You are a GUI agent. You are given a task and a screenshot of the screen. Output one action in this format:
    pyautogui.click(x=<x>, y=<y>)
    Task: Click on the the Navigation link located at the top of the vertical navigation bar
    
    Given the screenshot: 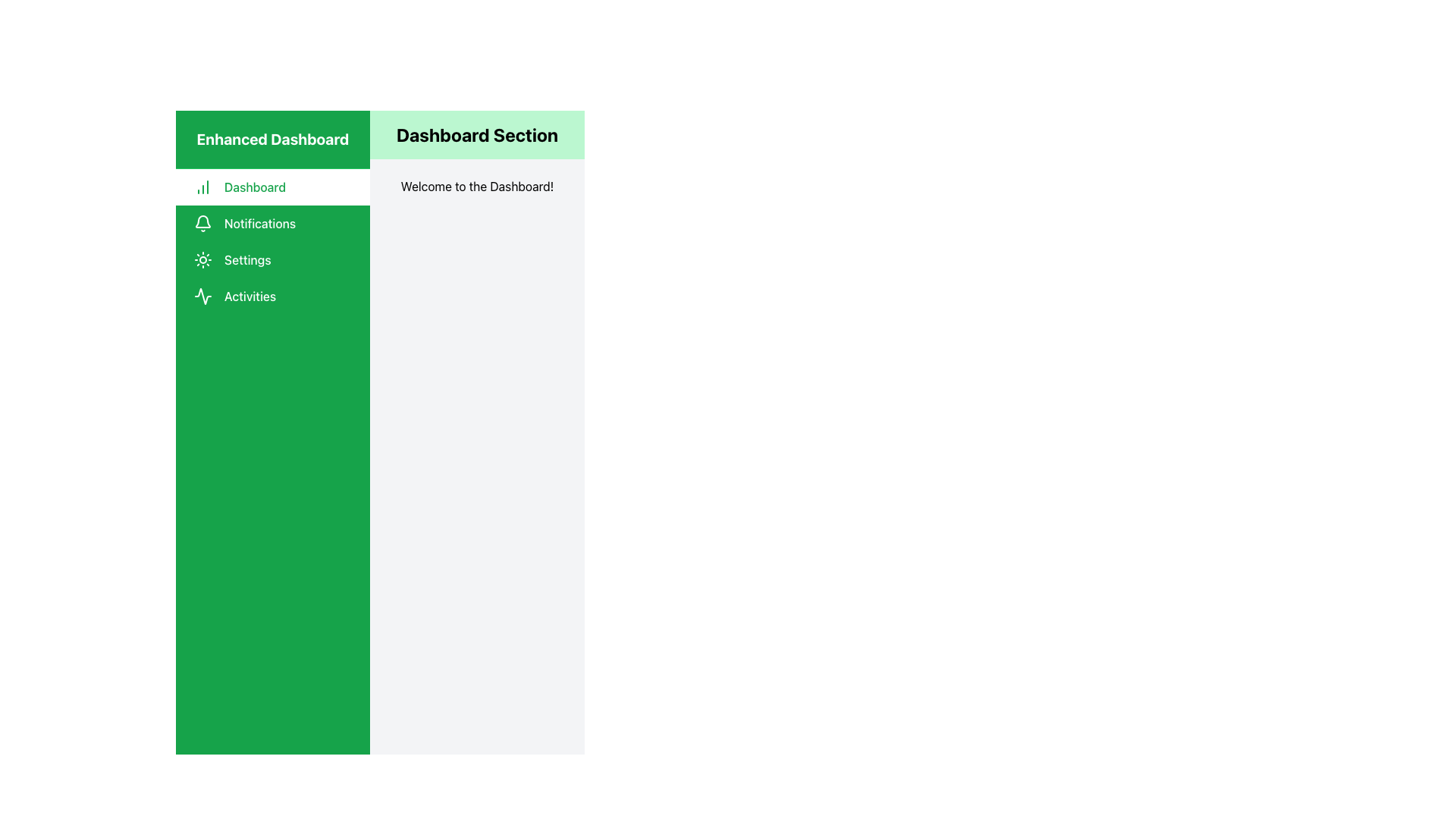 What is the action you would take?
    pyautogui.click(x=273, y=186)
    